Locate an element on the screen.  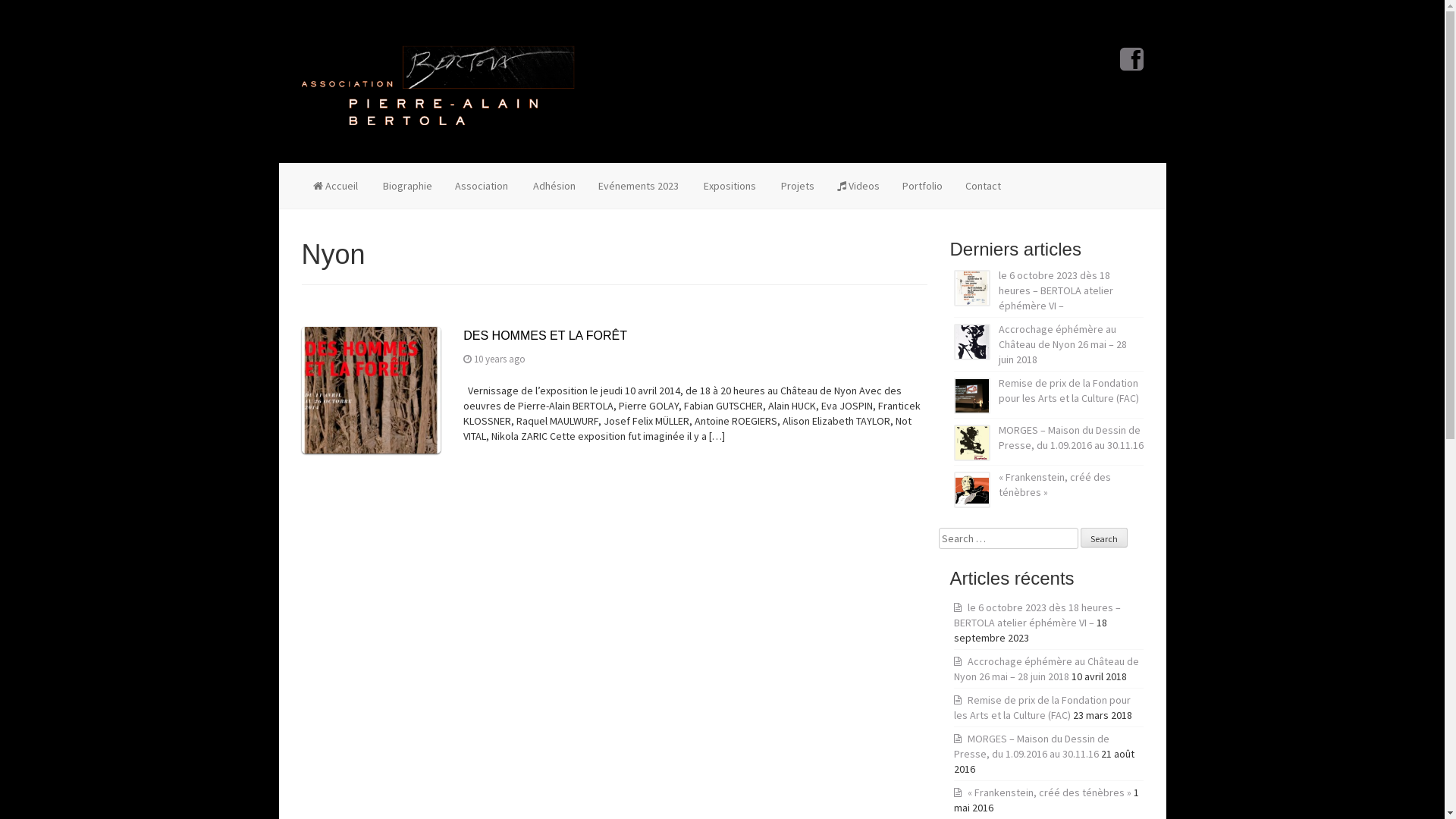
'Contact' is located at coordinates (983, 185).